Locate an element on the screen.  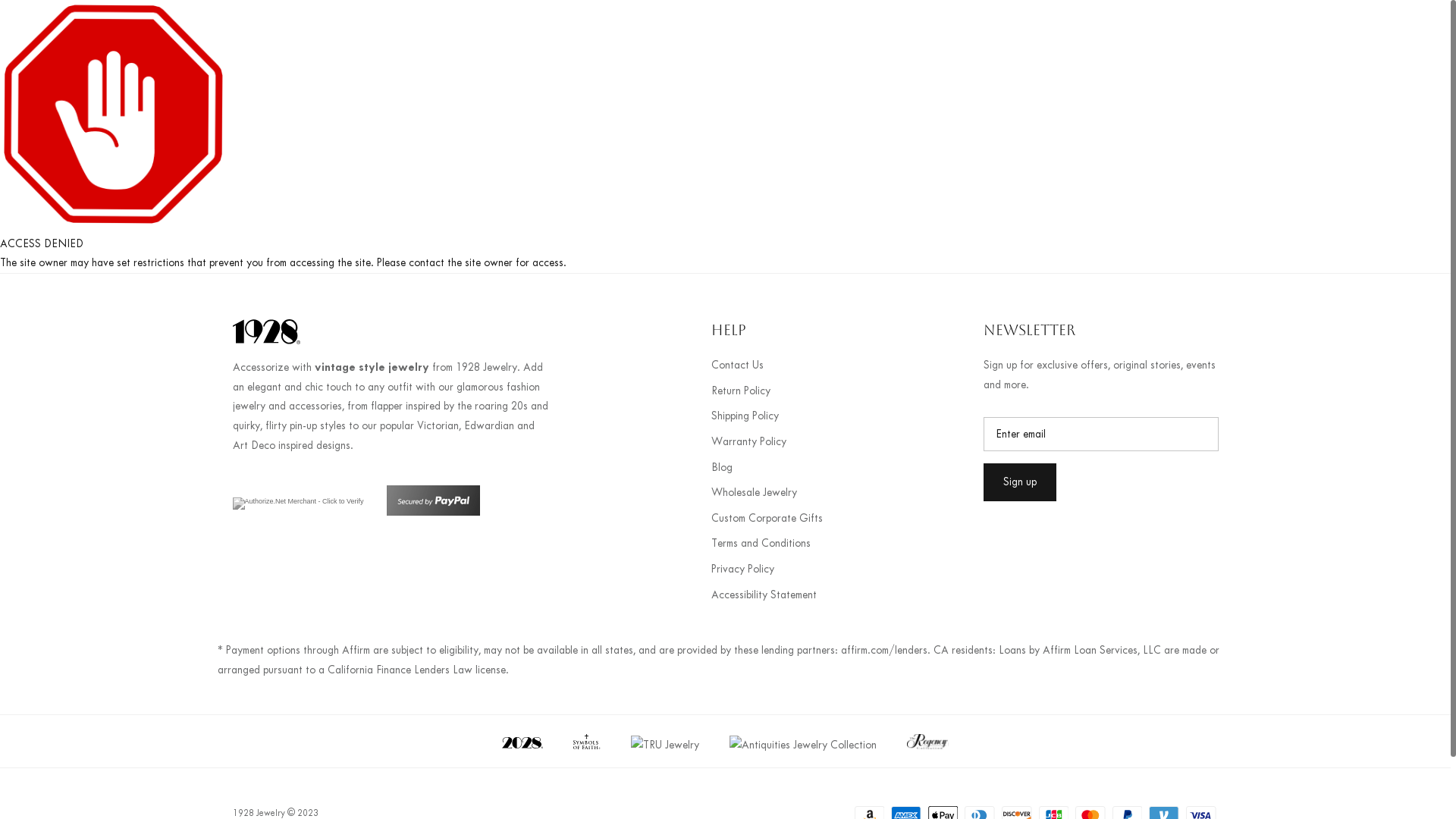
'Accessibility Statement' is located at coordinates (764, 594).